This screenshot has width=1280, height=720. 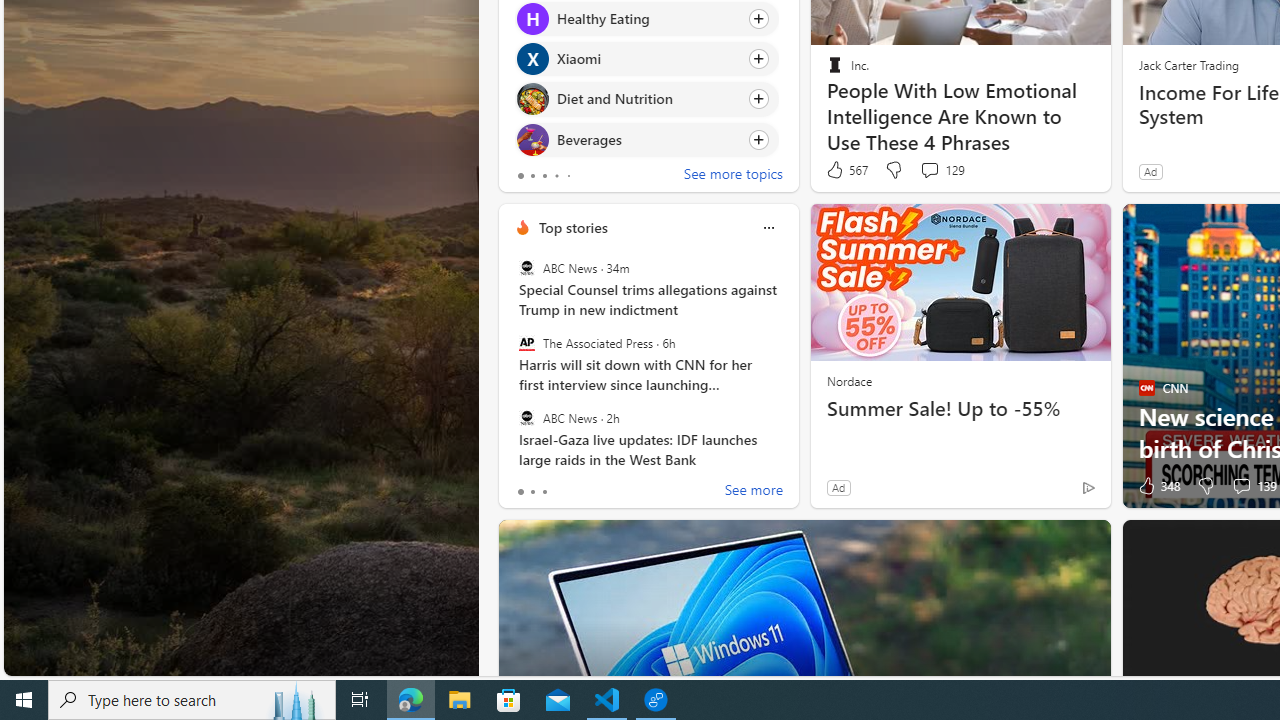 I want to click on 'tab-2', so click(x=544, y=492).